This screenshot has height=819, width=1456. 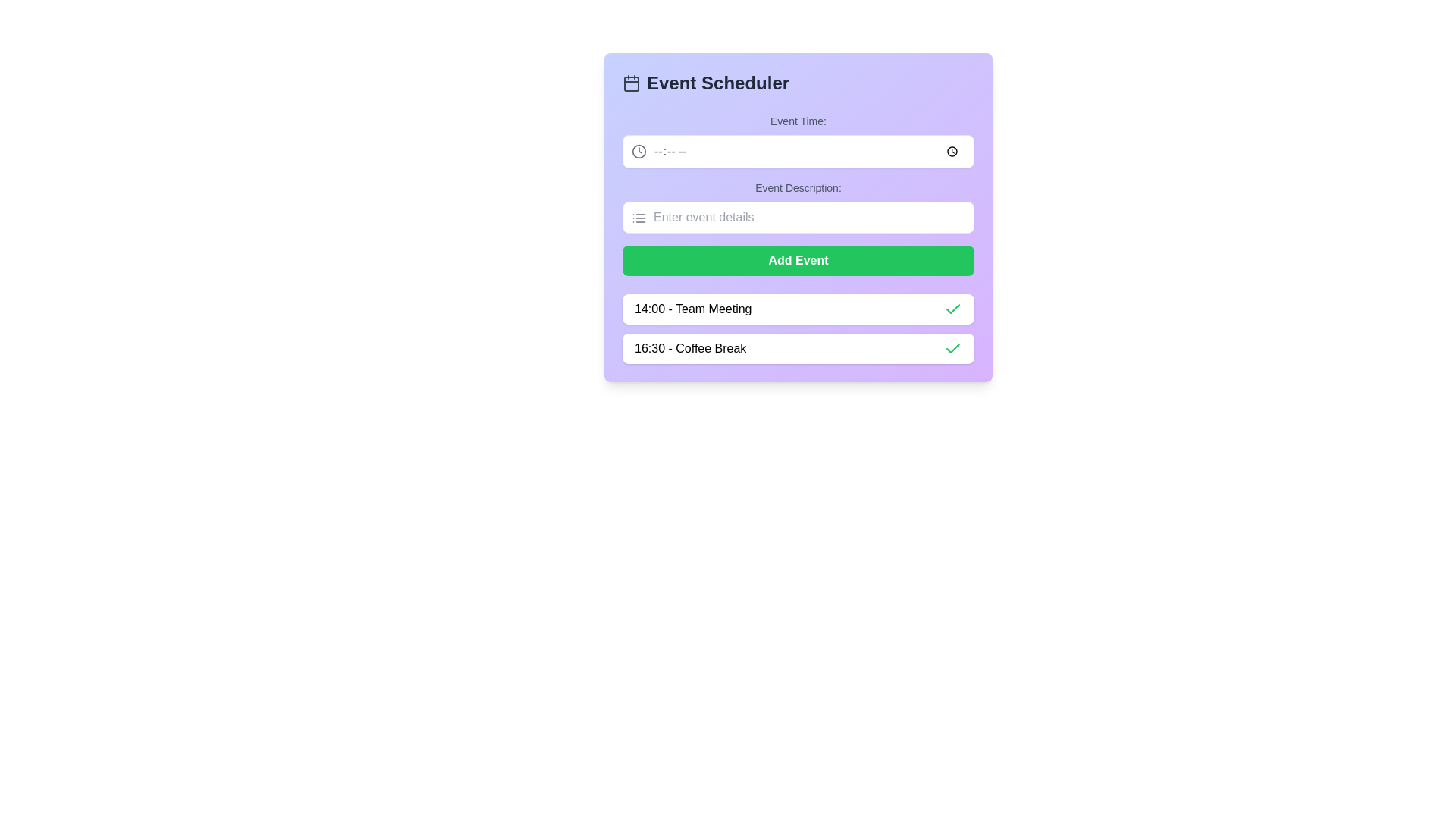 I want to click on the Time Picker Input Field labeled 'Event Time:', so click(x=797, y=140).